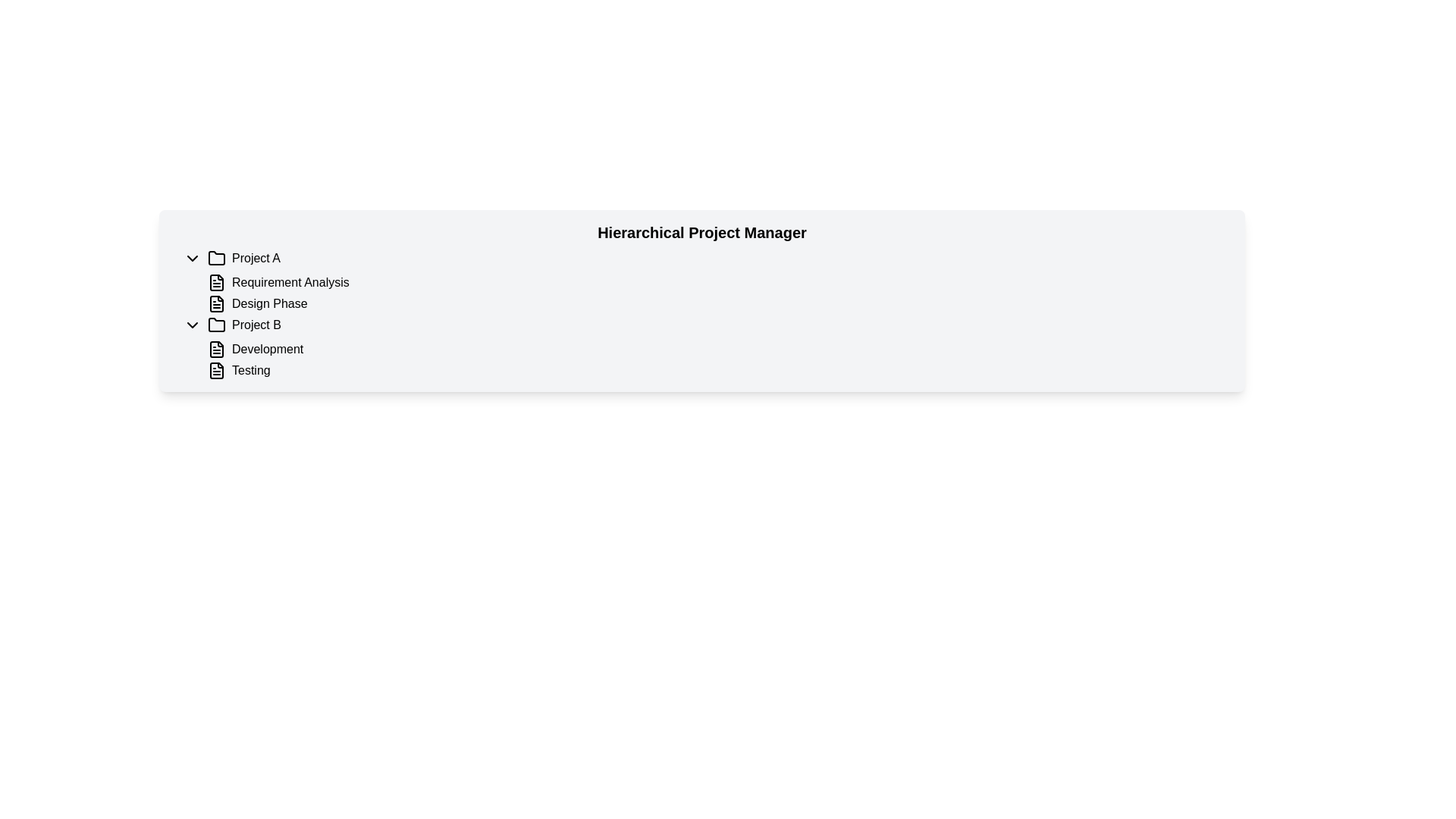 The image size is (1456, 819). What do you see at coordinates (216, 304) in the screenshot?
I see `the document icon representing a file located under 'Project A', which is the second item in the expandable listing` at bounding box center [216, 304].